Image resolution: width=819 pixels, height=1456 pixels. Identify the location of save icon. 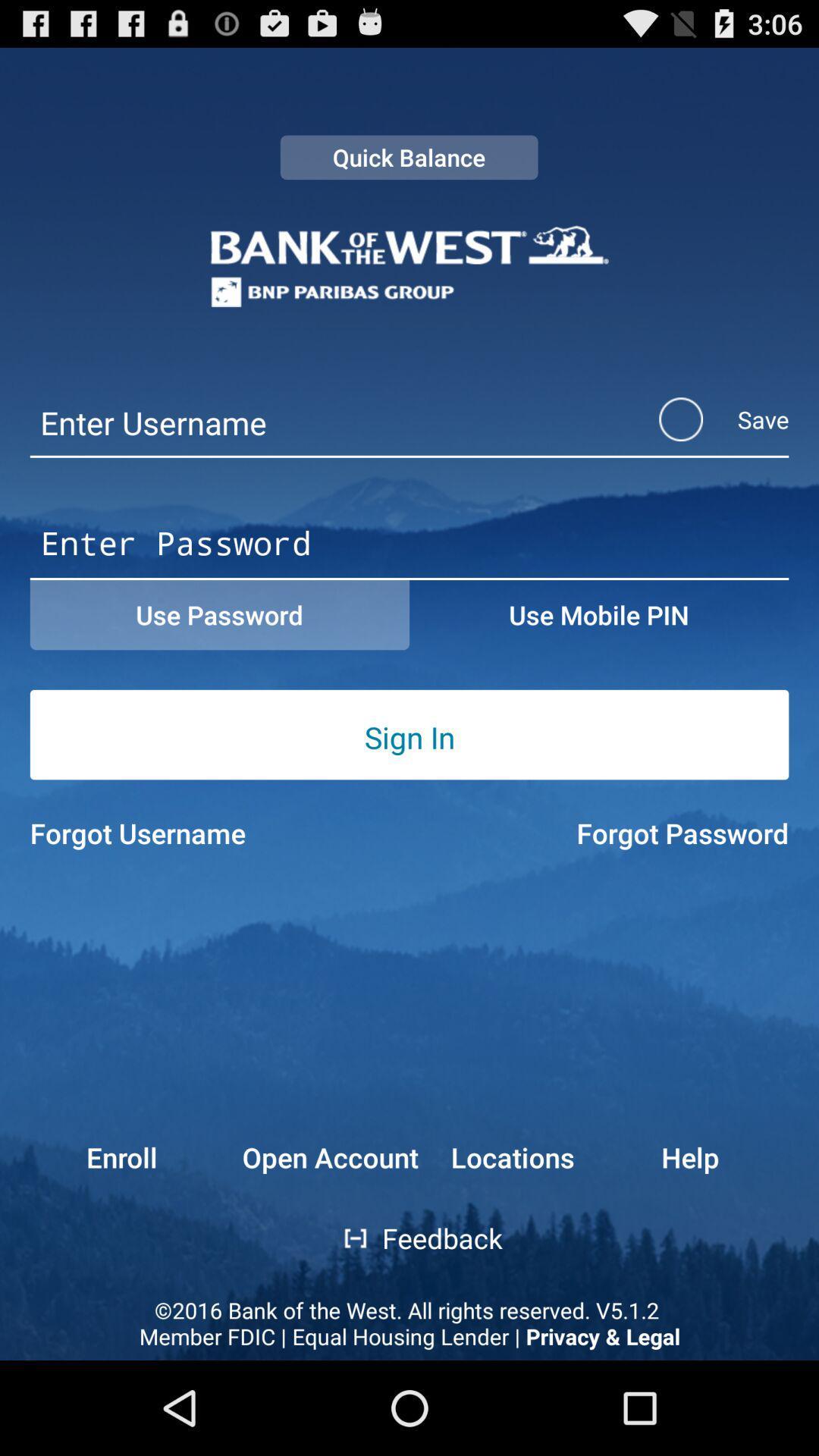
(704, 419).